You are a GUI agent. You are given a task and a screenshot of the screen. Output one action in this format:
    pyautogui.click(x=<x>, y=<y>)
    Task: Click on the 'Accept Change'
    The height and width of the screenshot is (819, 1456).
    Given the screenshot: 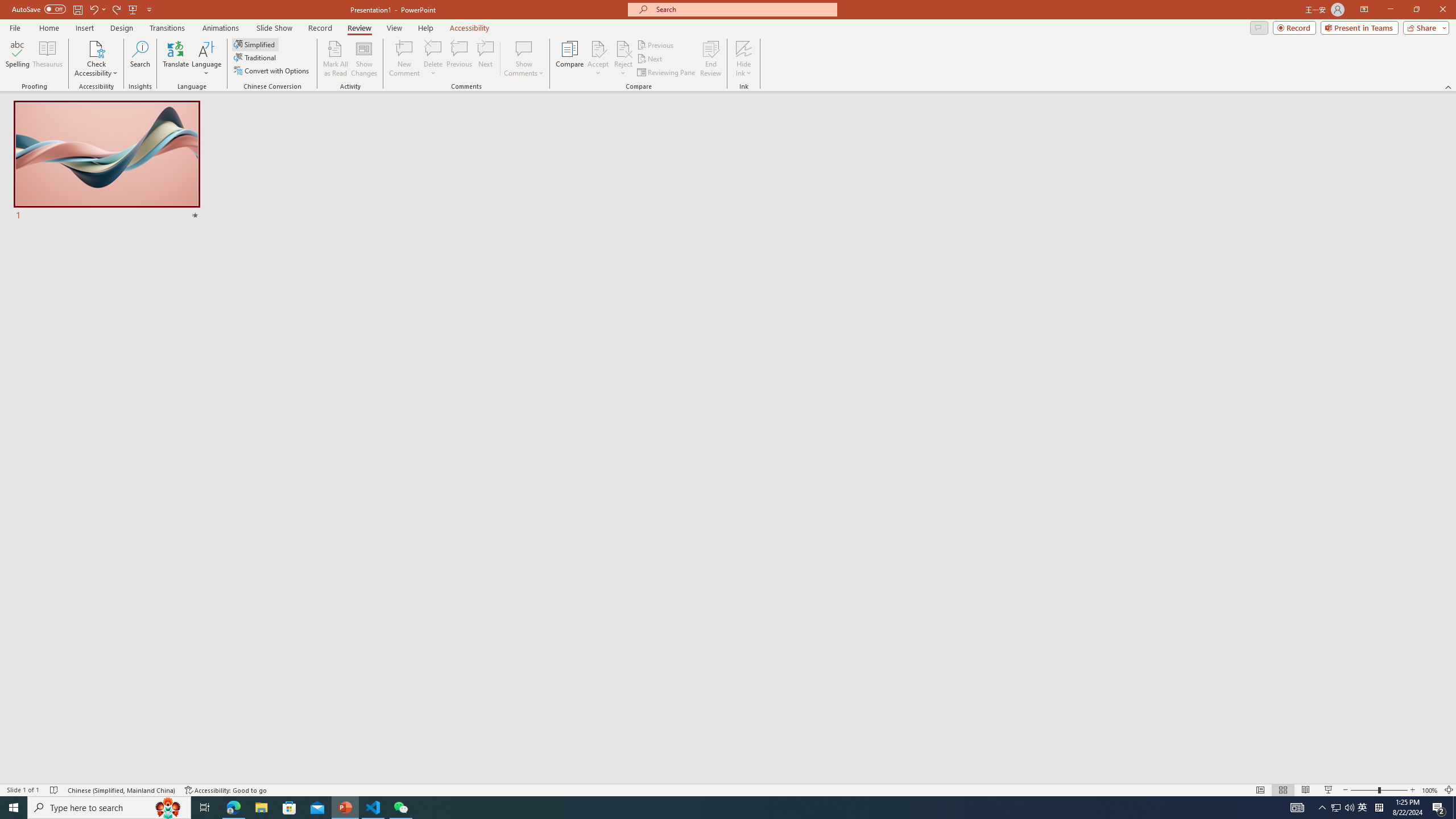 What is the action you would take?
    pyautogui.click(x=598, y=48)
    